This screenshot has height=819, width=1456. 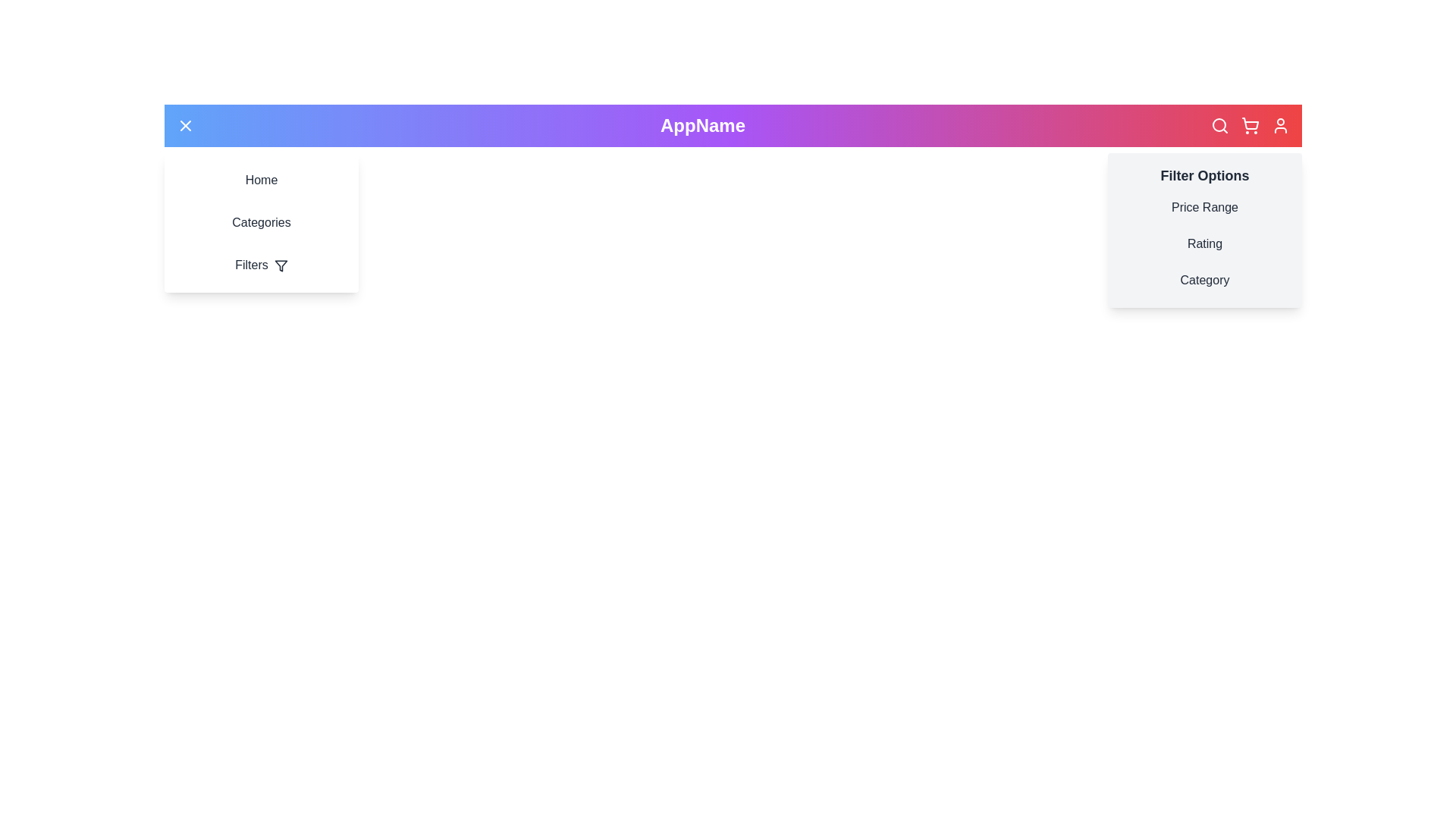 What do you see at coordinates (1219, 124) in the screenshot?
I see `the search icon button located at the right end of the gradient-colored top navigation bar` at bounding box center [1219, 124].